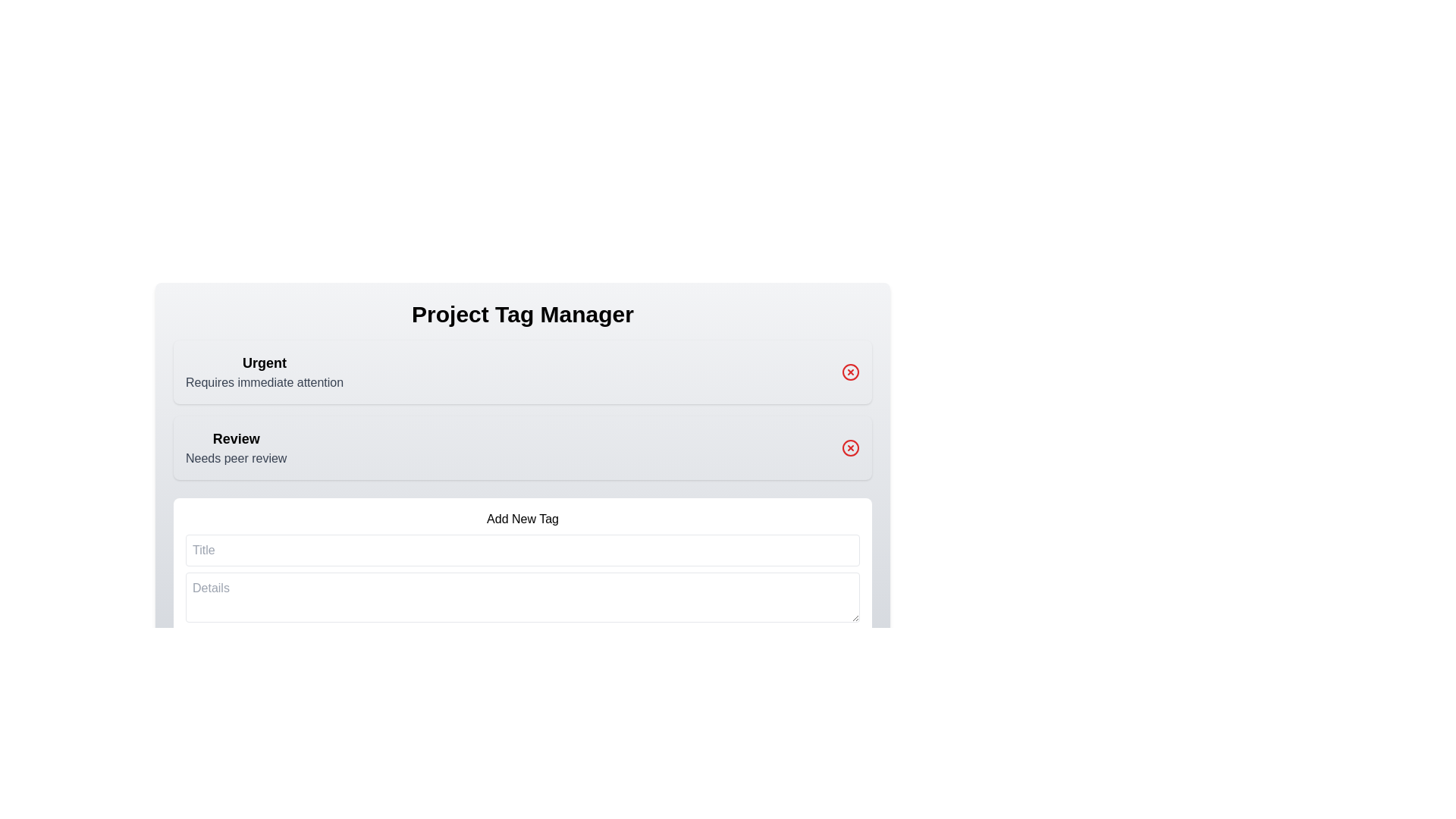 The image size is (1456, 819). I want to click on the static text label that titles the section for adding new tags, located above the 'Title' input field and the 'Details' text area, so click(522, 519).